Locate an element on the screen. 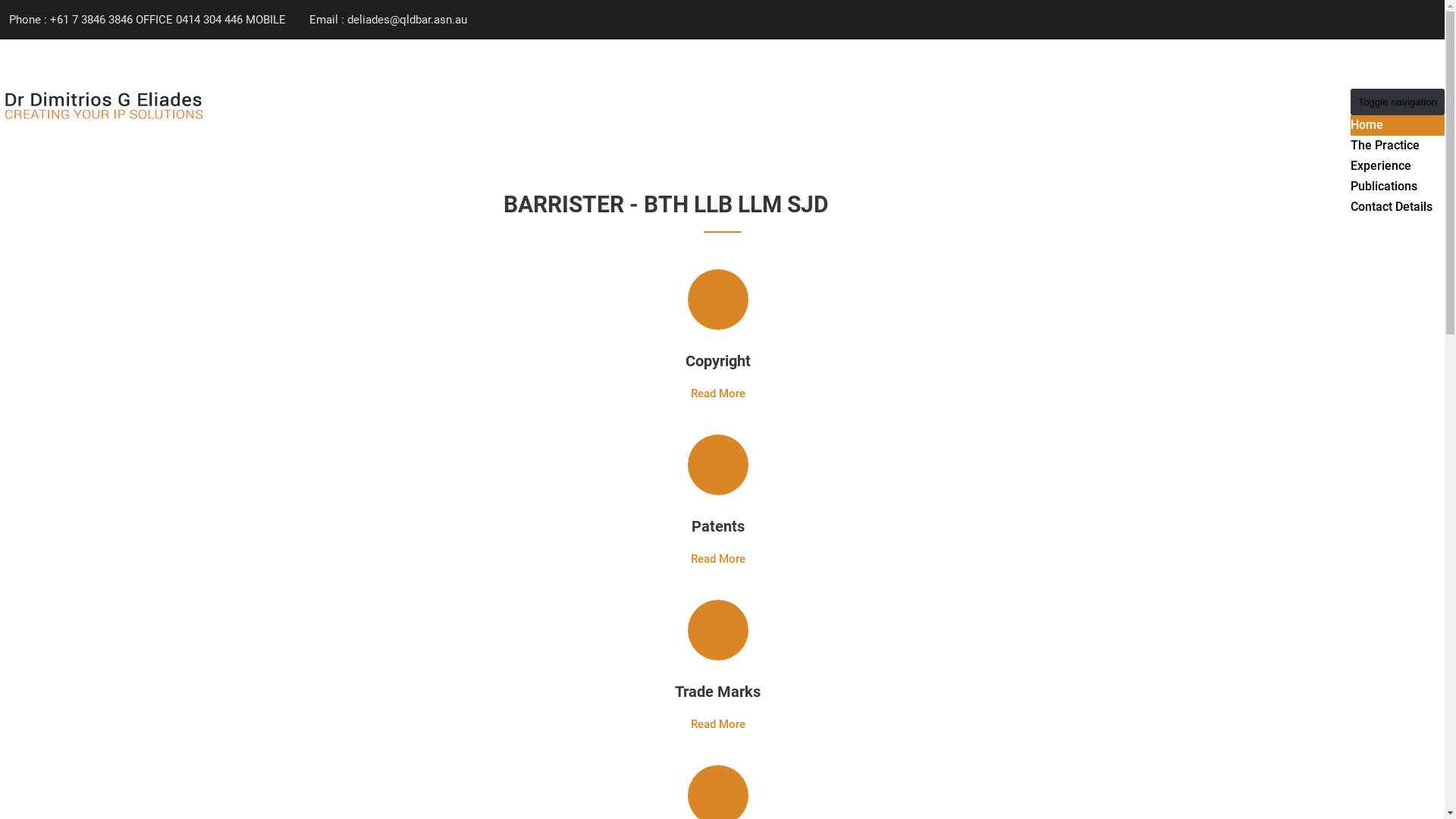 The width and height of the screenshot is (1456, 819). 'The Practice' is located at coordinates (1385, 145).